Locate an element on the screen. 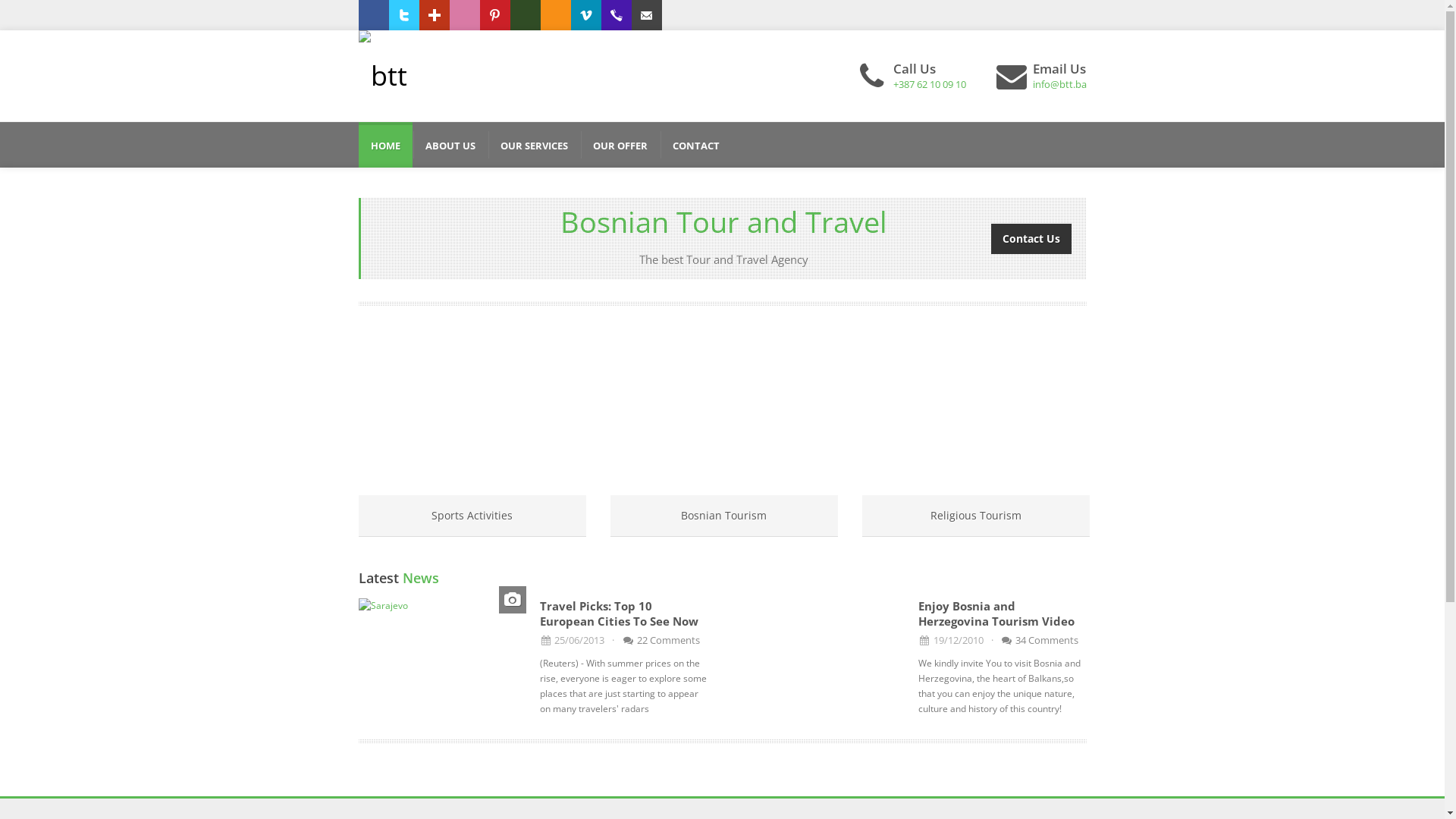 The width and height of the screenshot is (1456, 819). '22 Comments' is located at coordinates (660, 640).